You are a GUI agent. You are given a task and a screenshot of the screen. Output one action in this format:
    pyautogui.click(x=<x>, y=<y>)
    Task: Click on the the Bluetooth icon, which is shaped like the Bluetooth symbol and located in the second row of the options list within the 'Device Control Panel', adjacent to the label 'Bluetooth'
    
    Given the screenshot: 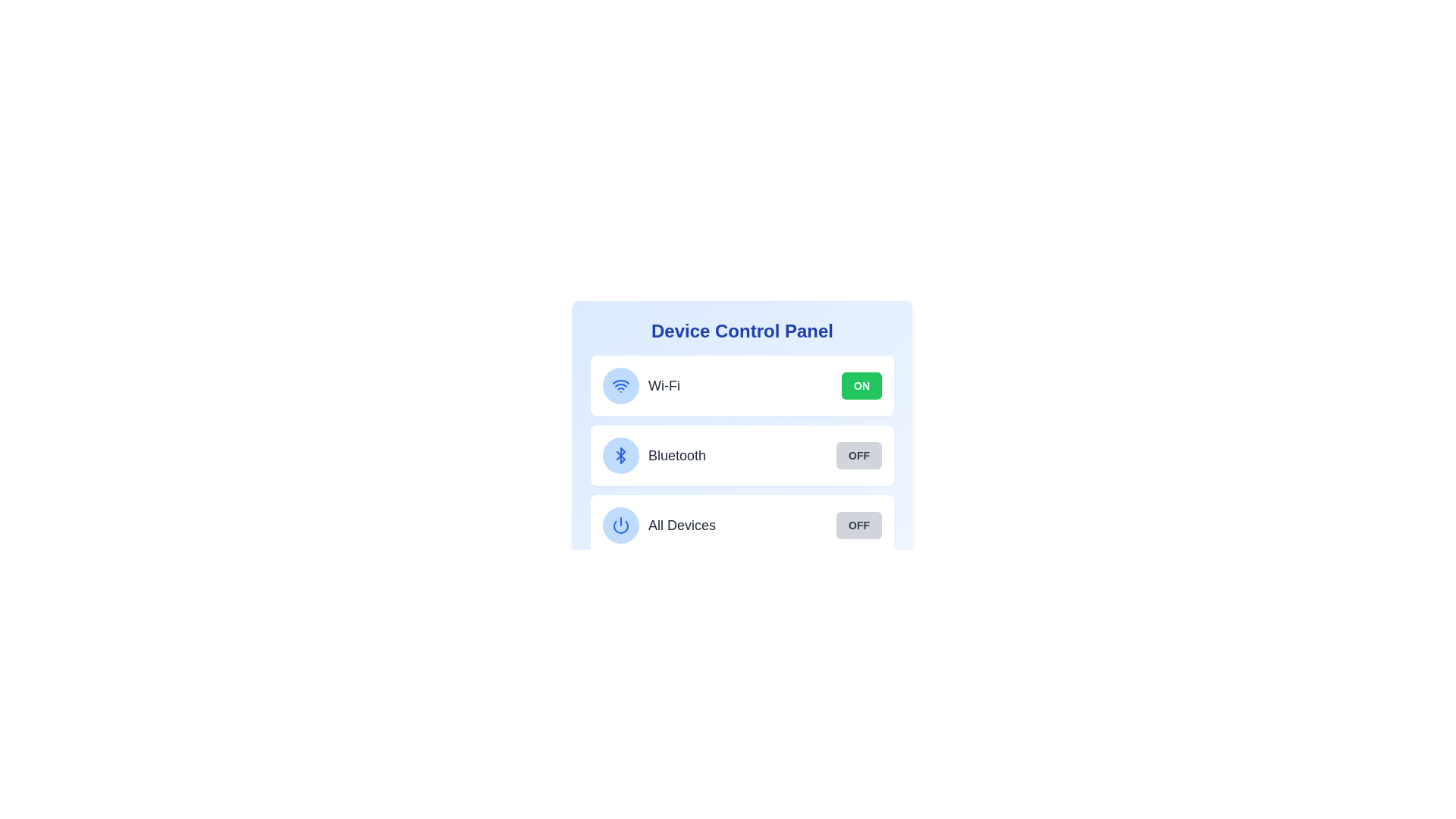 What is the action you would take?
    pyautogui.click(x=621, y=455)
    